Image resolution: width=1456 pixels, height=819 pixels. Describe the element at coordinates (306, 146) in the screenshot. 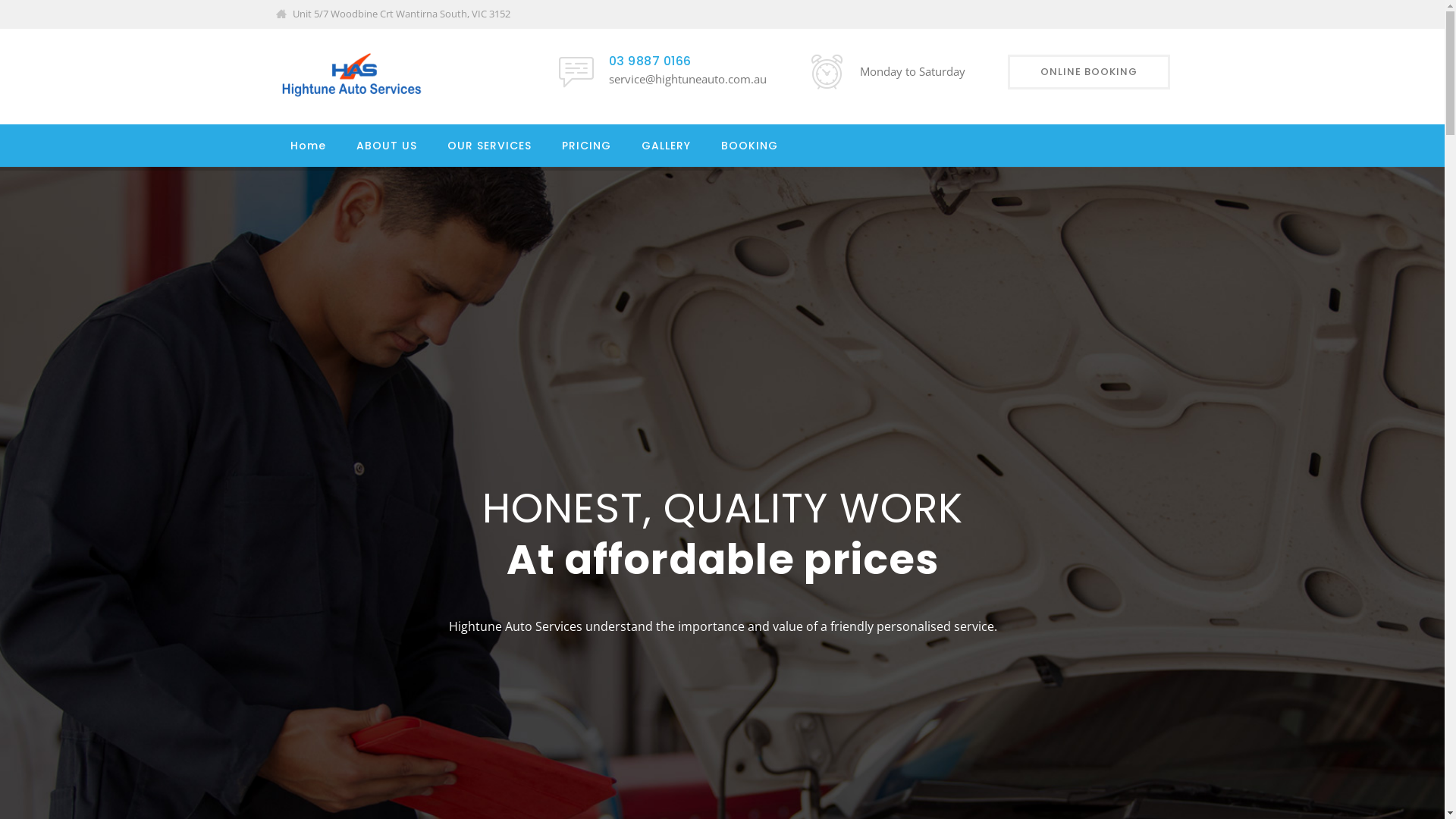

I see `'Home'` at that location.